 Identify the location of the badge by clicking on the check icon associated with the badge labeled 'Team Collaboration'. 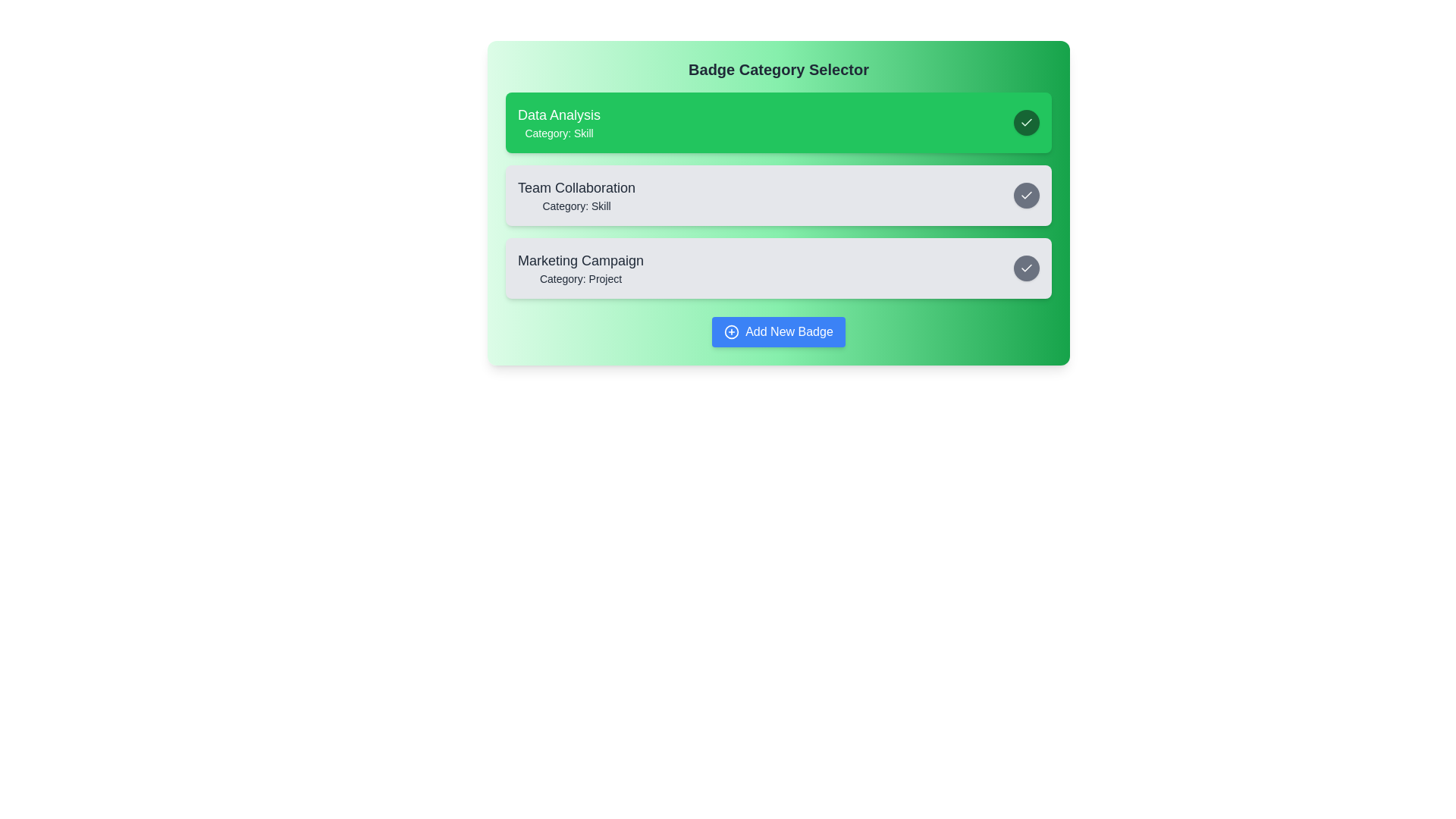
(1026, 195).